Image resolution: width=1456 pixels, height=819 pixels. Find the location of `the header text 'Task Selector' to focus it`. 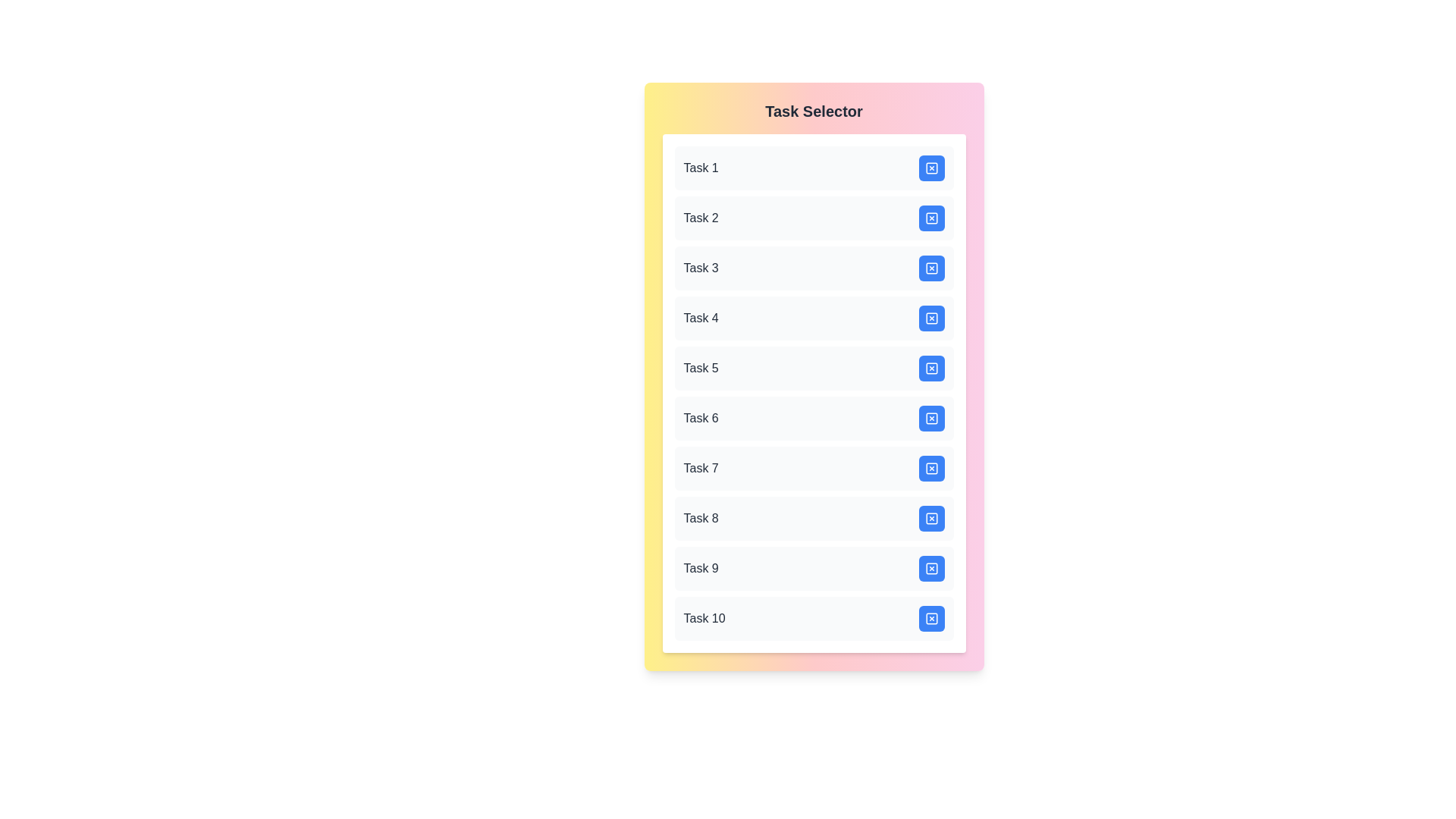

the header text 'Task Selector' to focus it is located at coordinates (813, 110).